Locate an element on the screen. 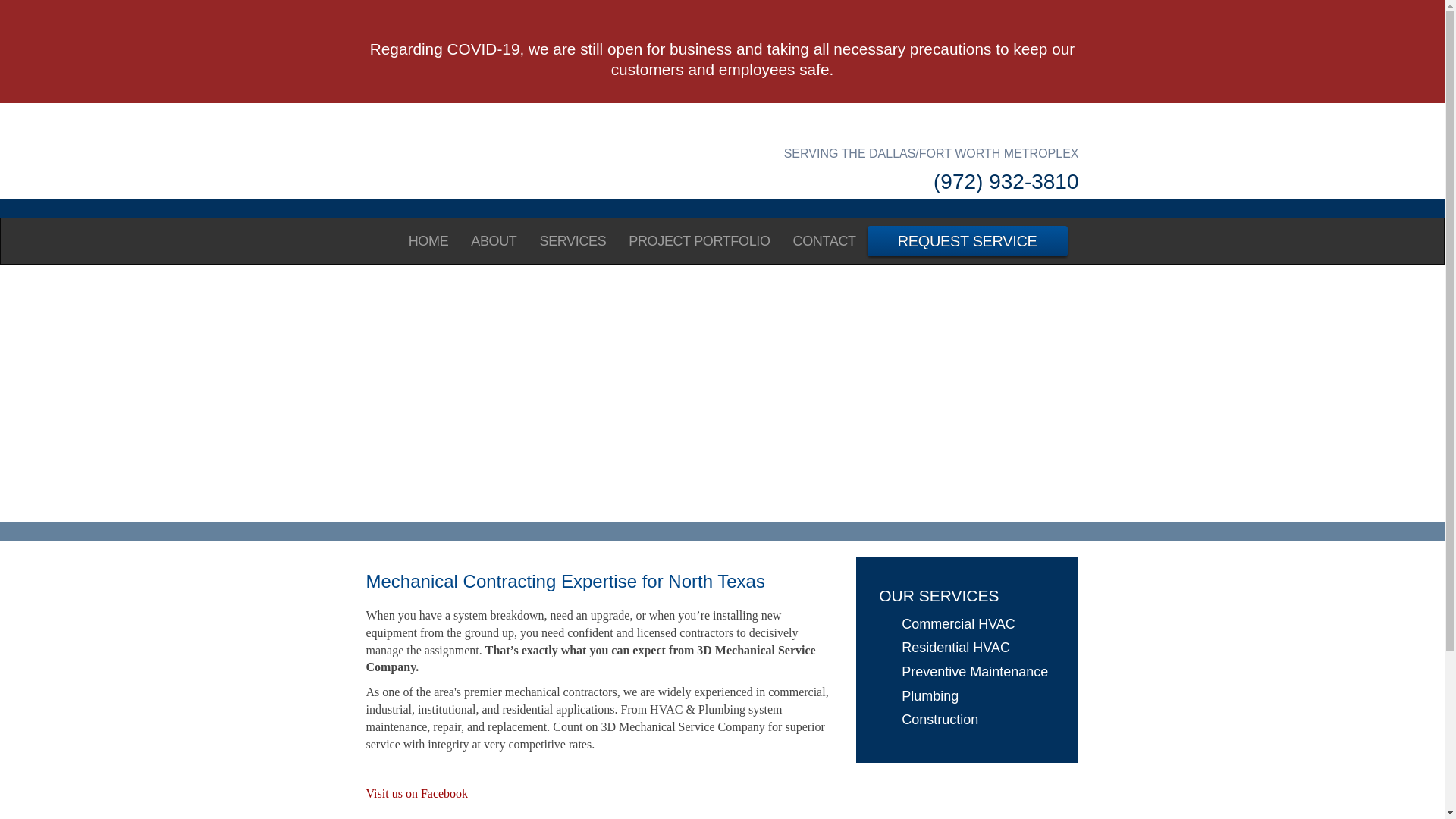 This screenshot has width=1456, height=819. 'REQUEST SERVICE' is located at coordinates (867, 240).